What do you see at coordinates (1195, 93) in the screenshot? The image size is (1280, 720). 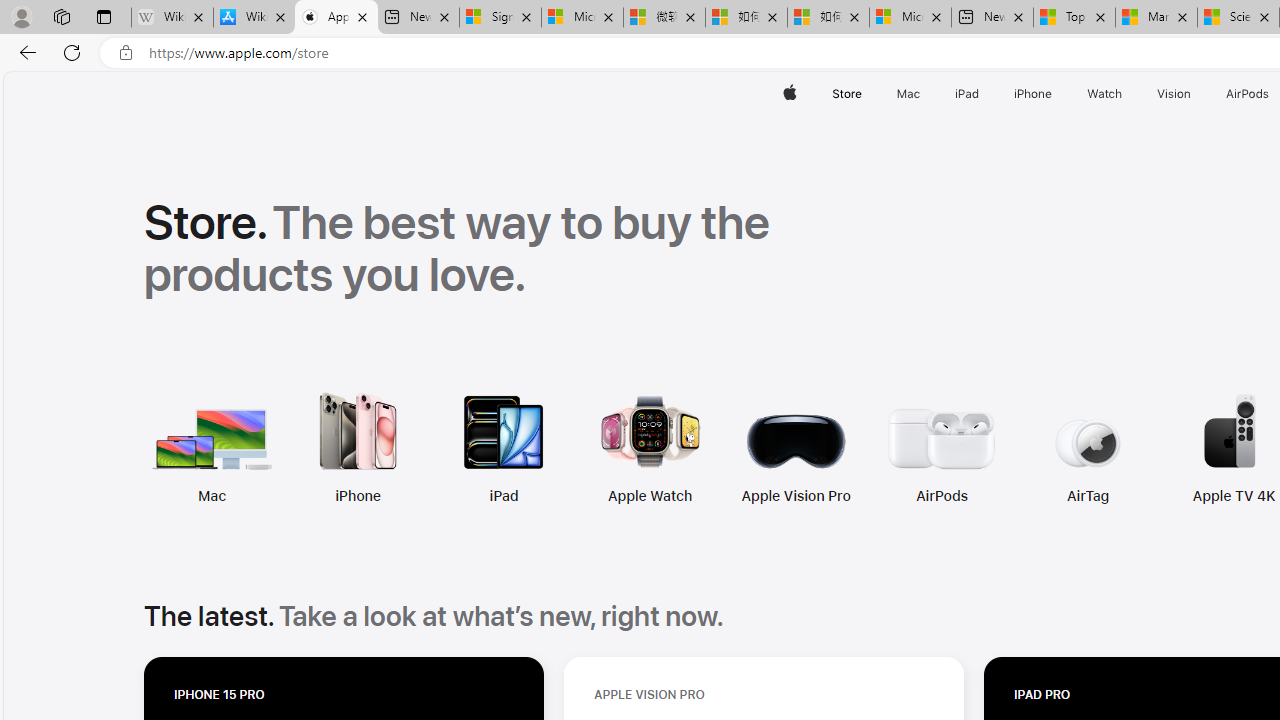 I see `'Vision menu'` at bounding box center [1195, 93].